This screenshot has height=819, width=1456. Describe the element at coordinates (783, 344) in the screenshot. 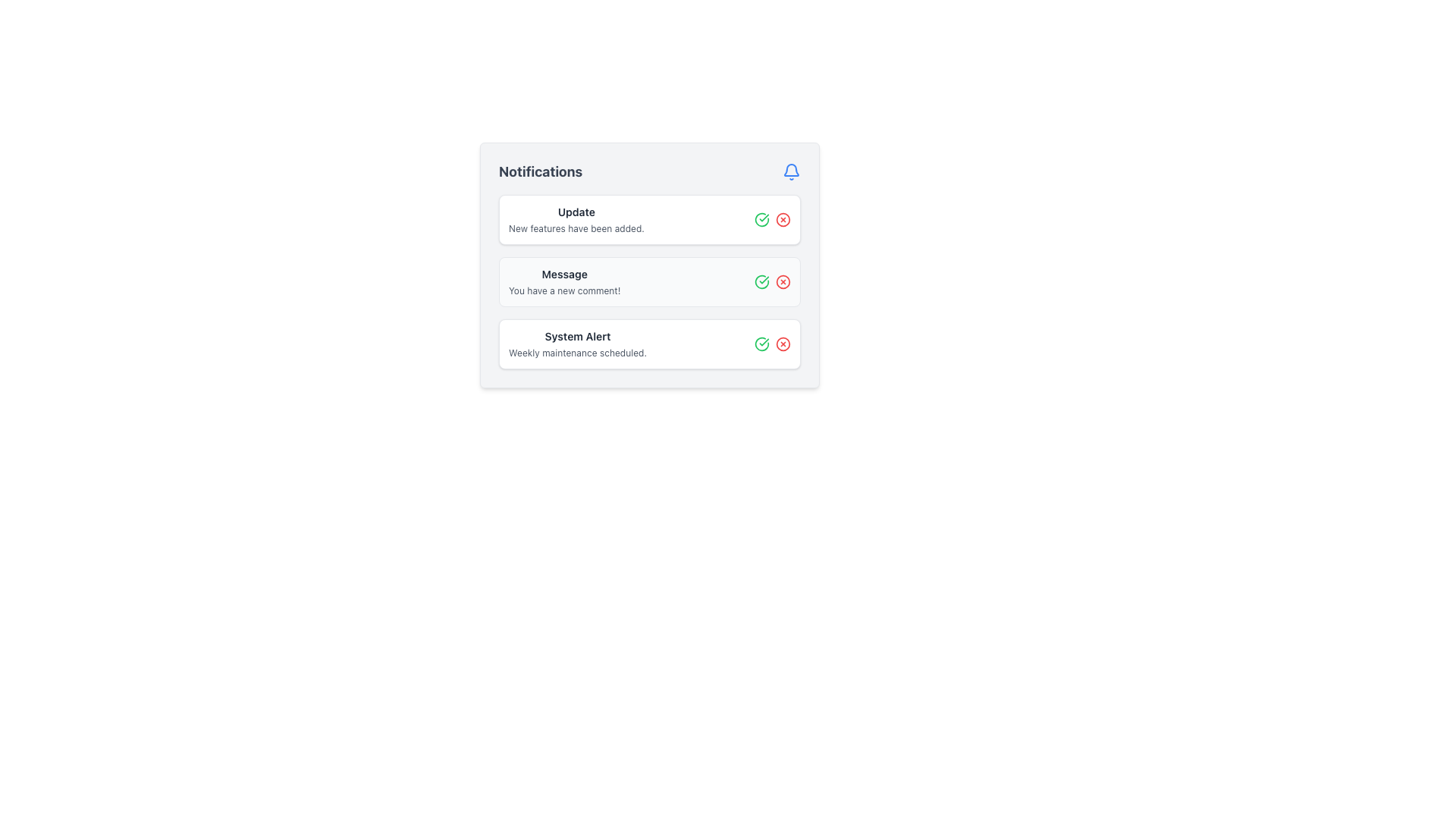

I see `the error or cancel action icon associated with the 'System Alert' notification located at the bottom of the notification list` at that location.